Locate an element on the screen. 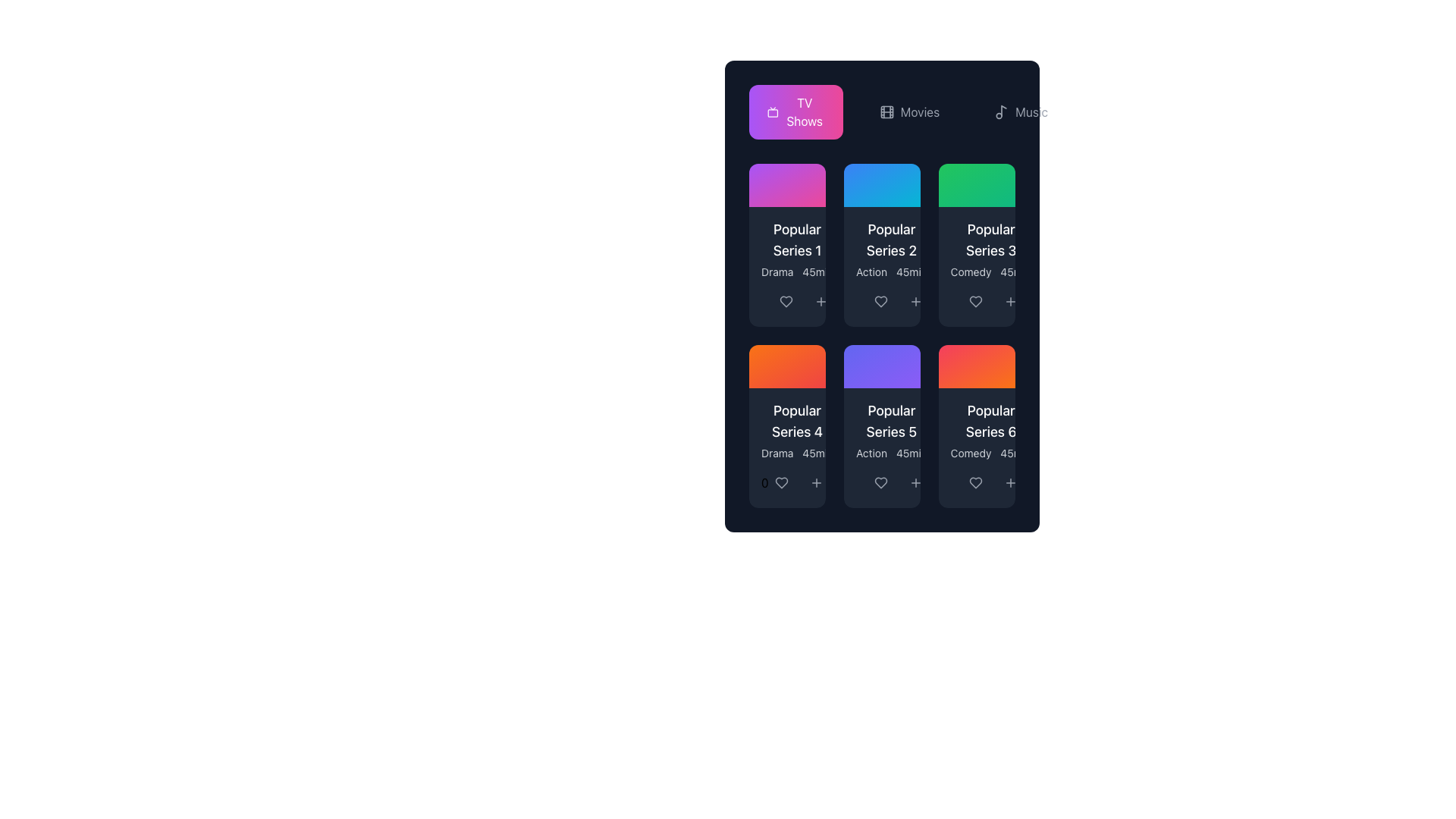  the TextLabel displaying 'Popular Series 4', which is styled in white font on a dark background and includes genre and duration information is located at coordinates (787, 430).